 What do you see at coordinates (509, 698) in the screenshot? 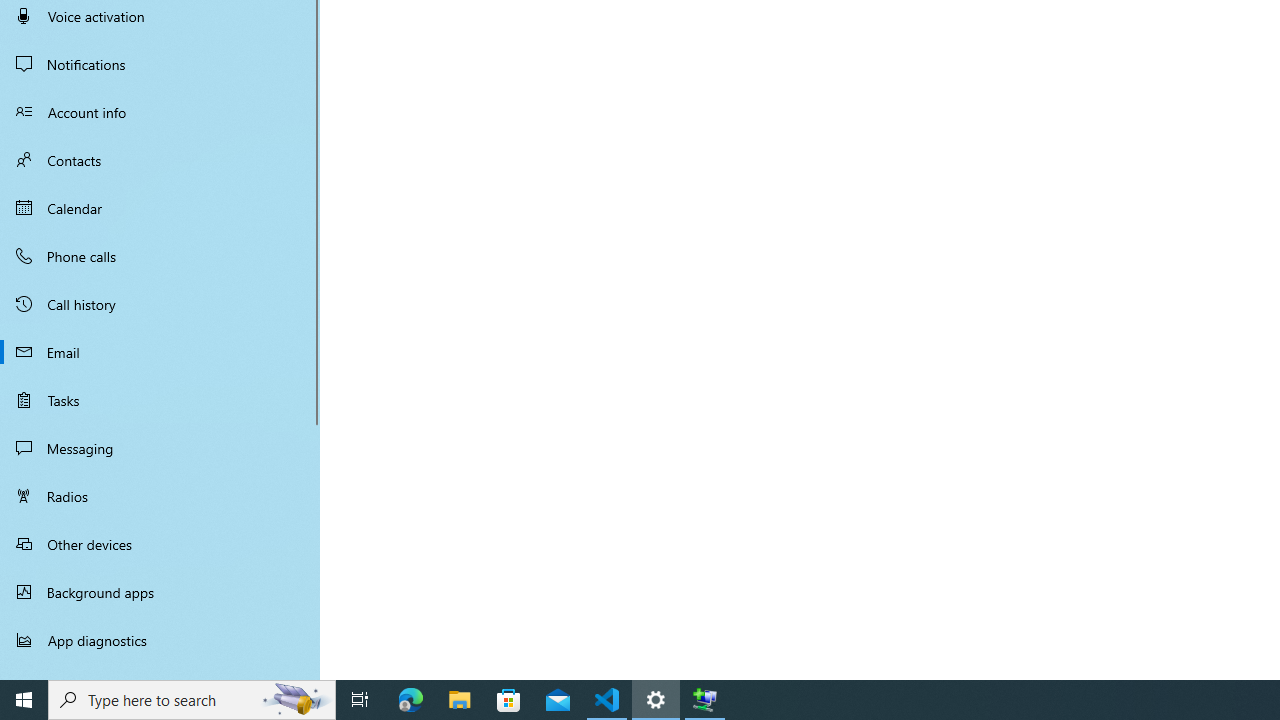
I see `'Microsoft Store'` at bounding box center [509, 698].